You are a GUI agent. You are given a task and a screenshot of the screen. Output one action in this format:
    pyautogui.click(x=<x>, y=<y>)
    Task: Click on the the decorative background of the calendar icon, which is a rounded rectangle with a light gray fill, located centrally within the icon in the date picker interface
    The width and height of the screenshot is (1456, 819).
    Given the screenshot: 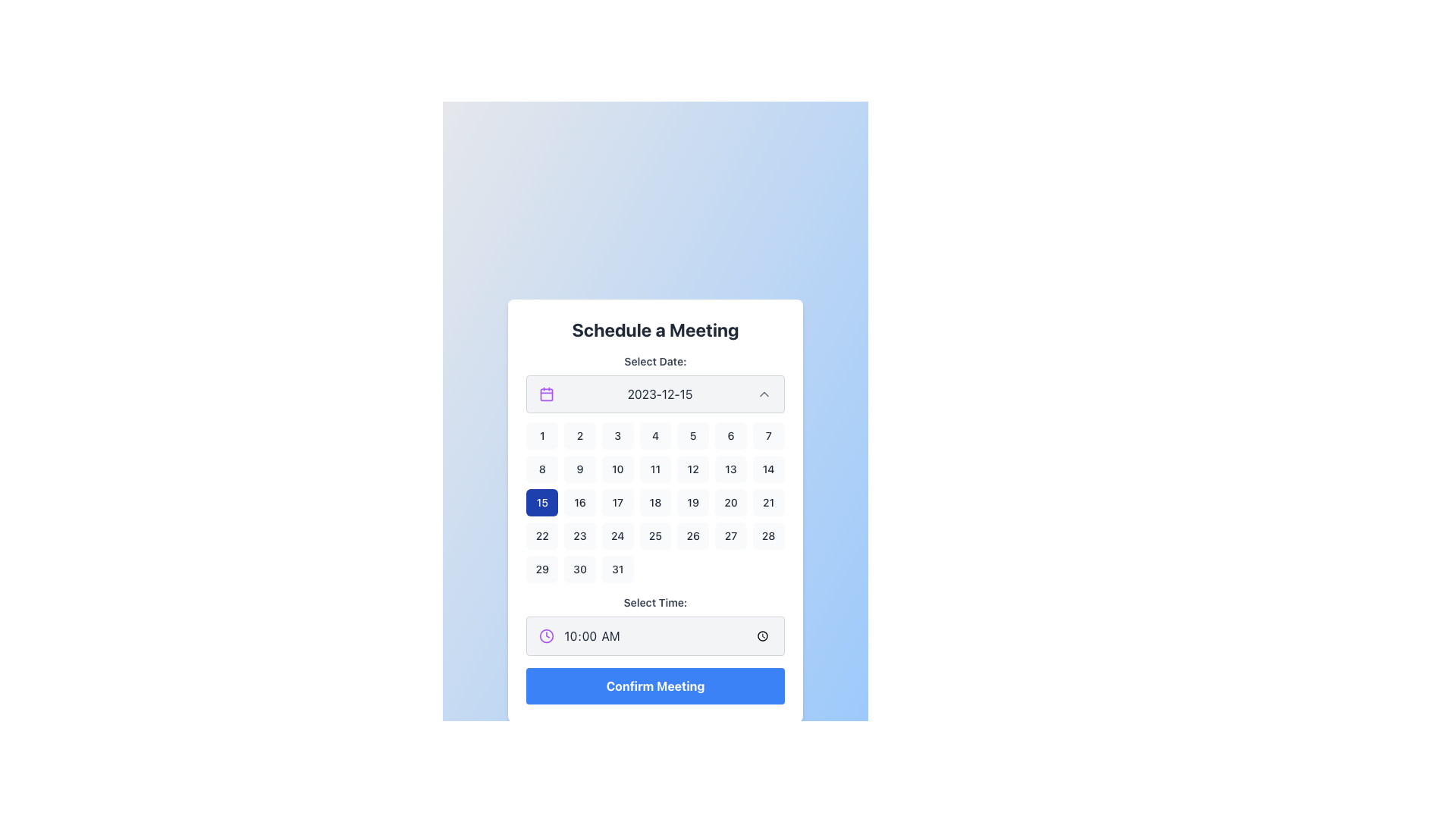 What is the action you would take?
    pyautogui.click(x=546, y=394)
    